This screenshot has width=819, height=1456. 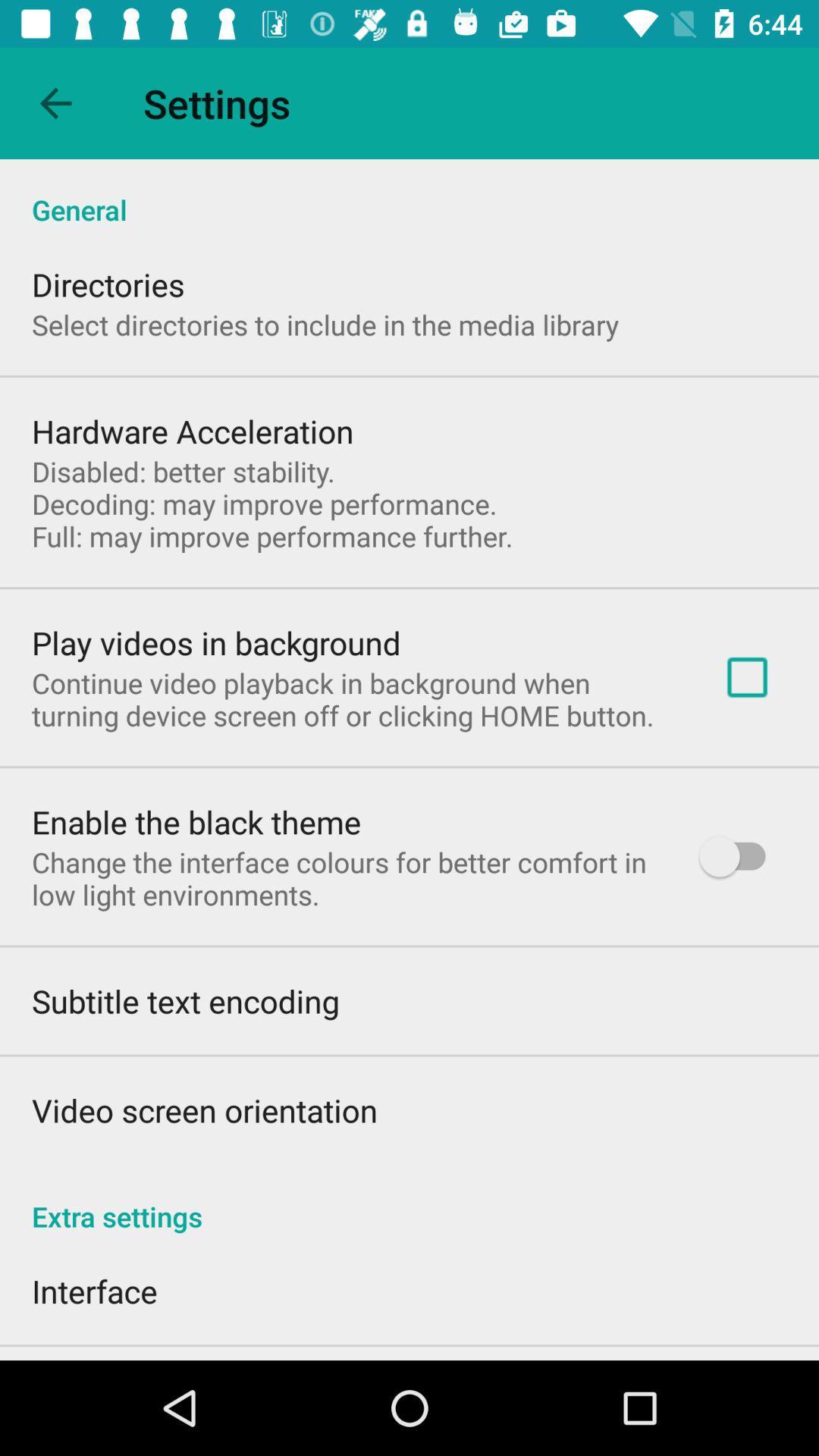 I want to click on the icon above play videos in icon, so click(x=271, y=504).